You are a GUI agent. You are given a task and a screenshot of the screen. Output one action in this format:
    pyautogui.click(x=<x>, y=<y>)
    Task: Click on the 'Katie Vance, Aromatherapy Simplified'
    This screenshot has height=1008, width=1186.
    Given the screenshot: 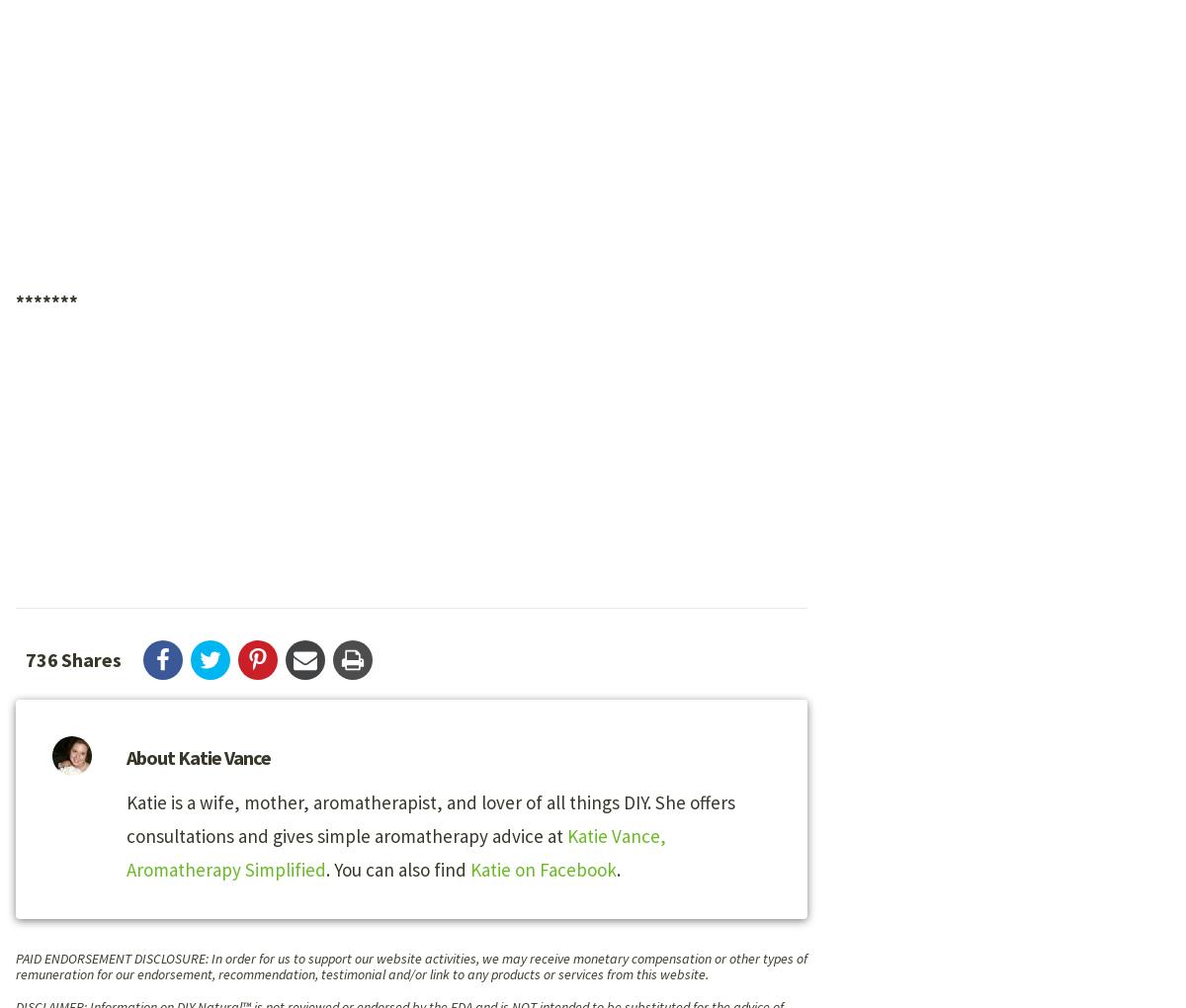 What is the action you would take?
    pyautogui.click(x=396, y=852)
    